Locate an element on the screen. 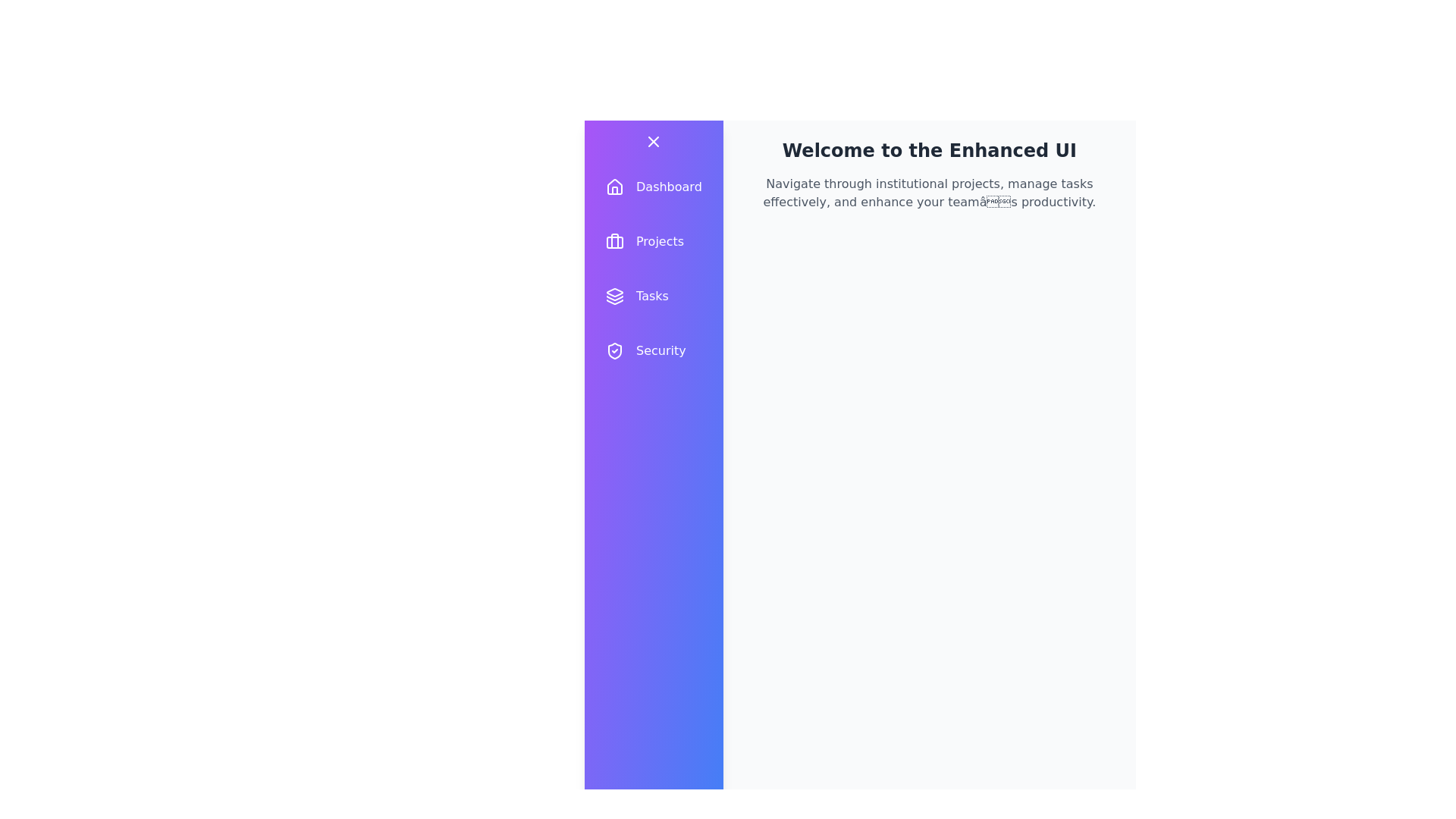 The width and height of the screenshot is (1456, 819). the middle segment of the three-layered icon representing tasks in the sidebar, located to the left of the 'Tasks' label is located at coordinates (615, 298).